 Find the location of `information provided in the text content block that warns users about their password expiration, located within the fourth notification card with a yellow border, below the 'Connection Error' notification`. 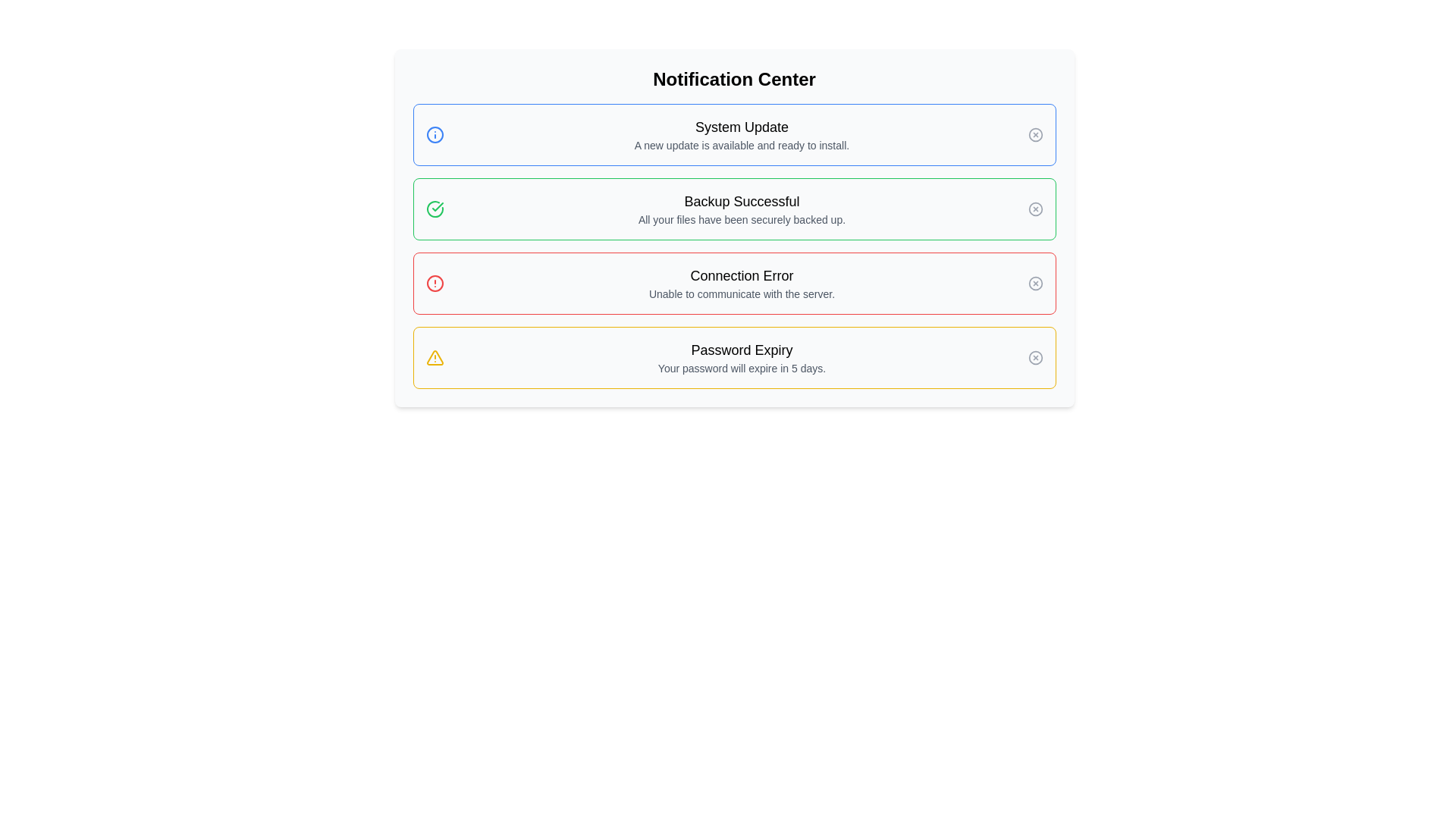

information provided in the text content block that warns users about their password expiration, located within the fourth notification card with a yellow border, below the 'Connection Error' notification is located at coordinates (742, 357).